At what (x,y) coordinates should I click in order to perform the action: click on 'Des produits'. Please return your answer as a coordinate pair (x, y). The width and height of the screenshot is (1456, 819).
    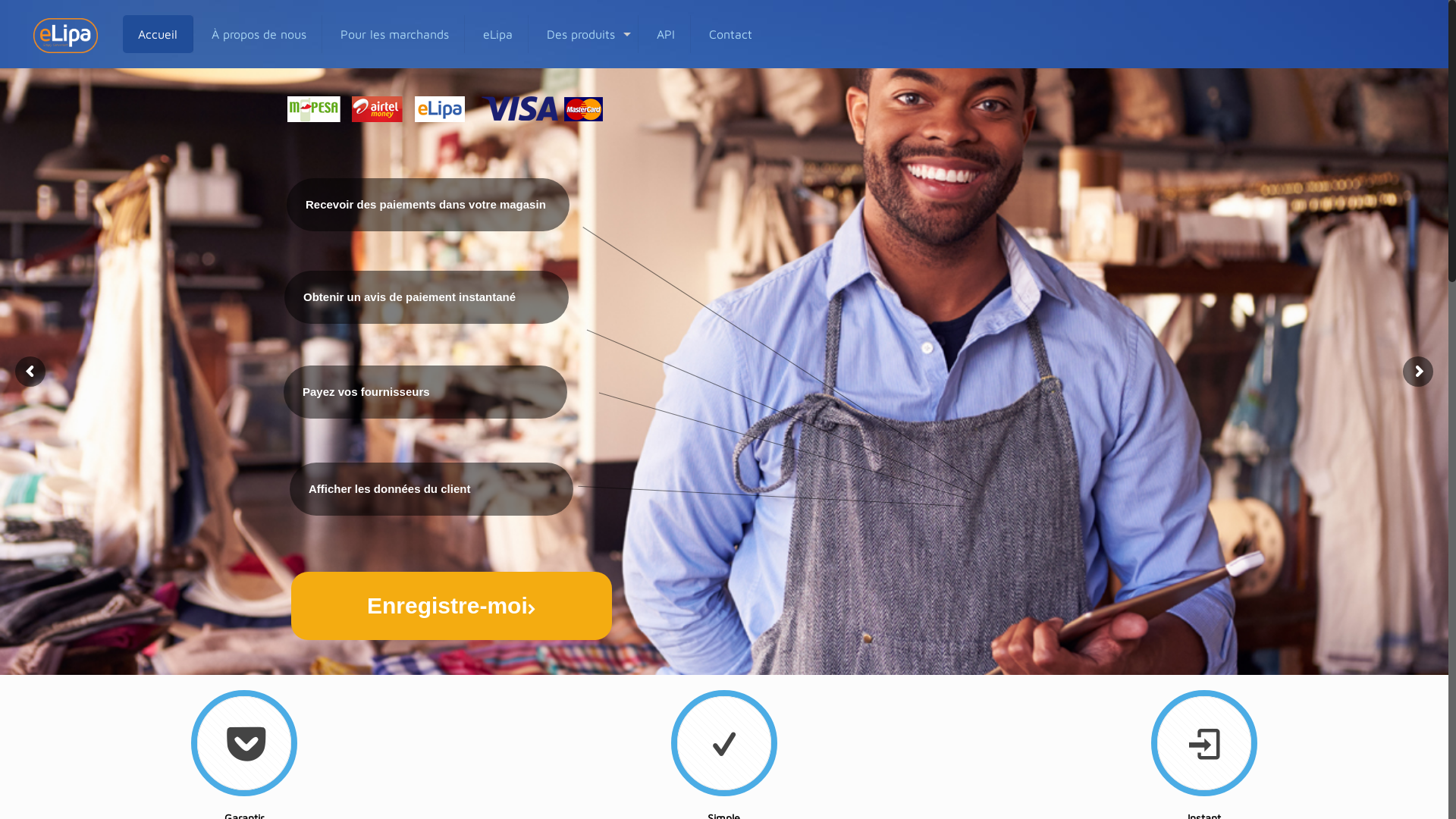
    Looking at the image, I should click on (584, 34).